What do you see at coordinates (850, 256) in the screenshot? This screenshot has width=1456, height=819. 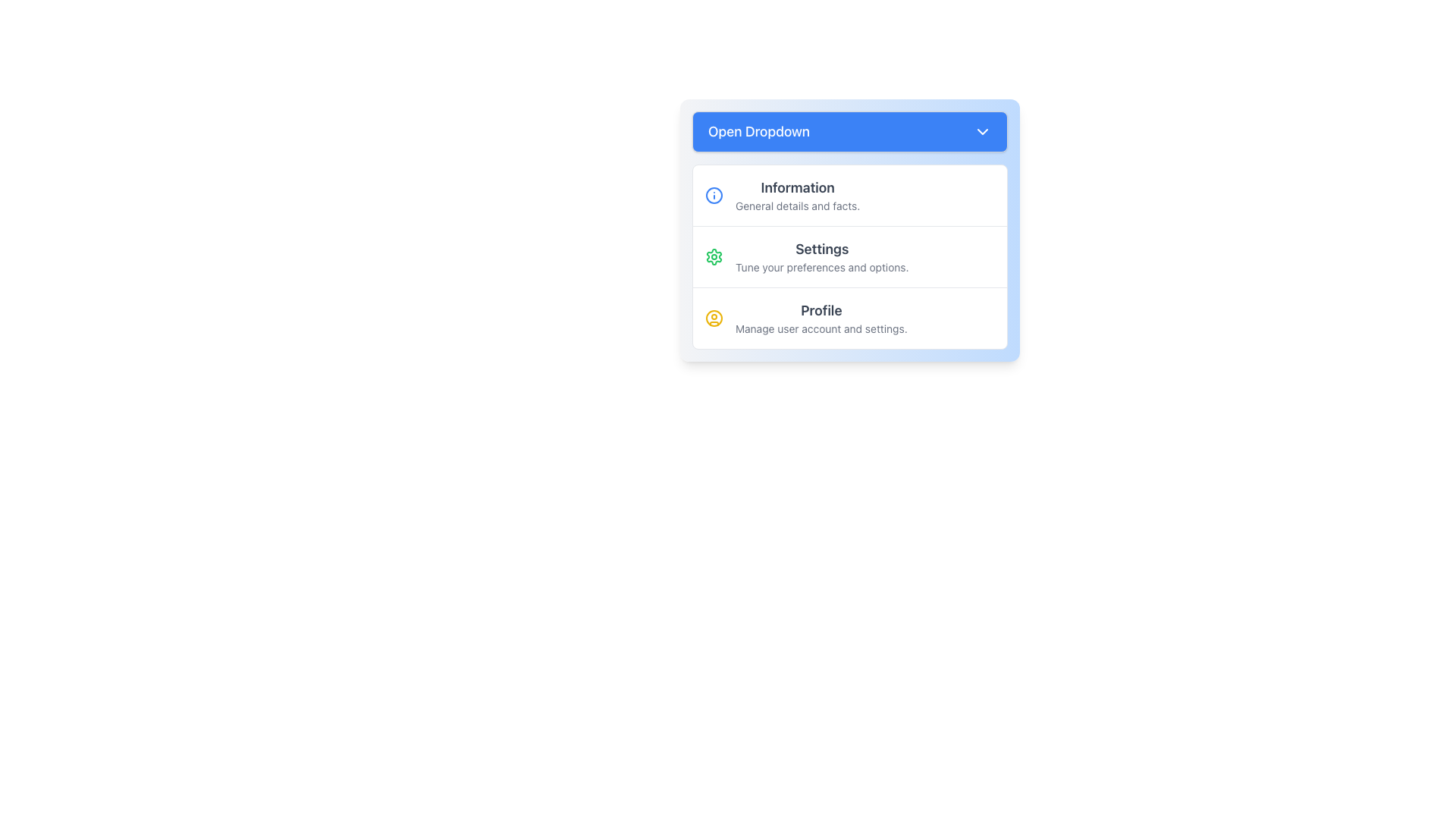 I see `the second menu item in the vertical list` at bounding box center [850, 256].